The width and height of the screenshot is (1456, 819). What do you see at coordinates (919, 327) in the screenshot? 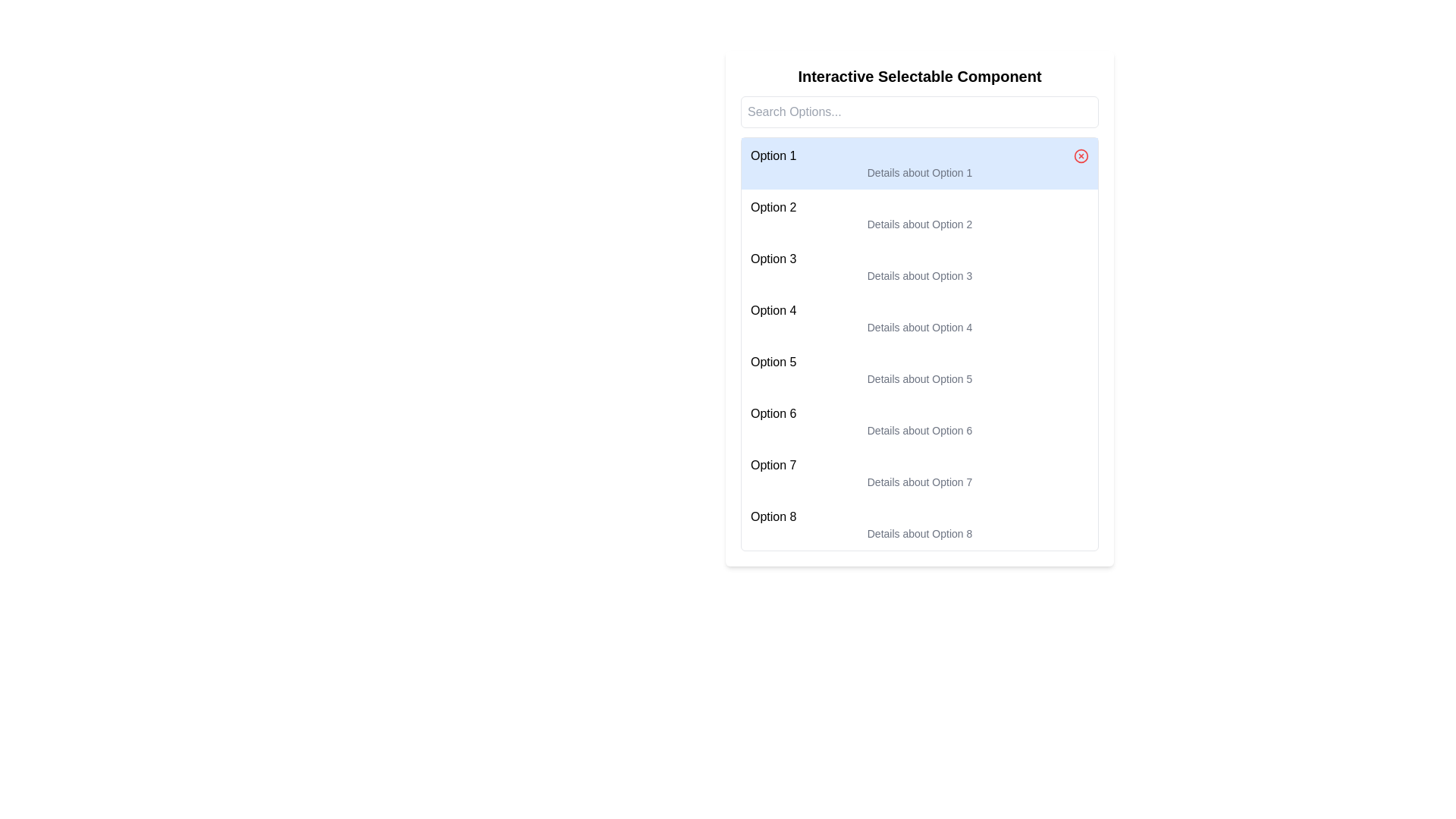
I see `the text description reading 'Details about Option 4', which is styled in a small gray font and located below the main label 'Option 4'` at bounding box center [919, 327].